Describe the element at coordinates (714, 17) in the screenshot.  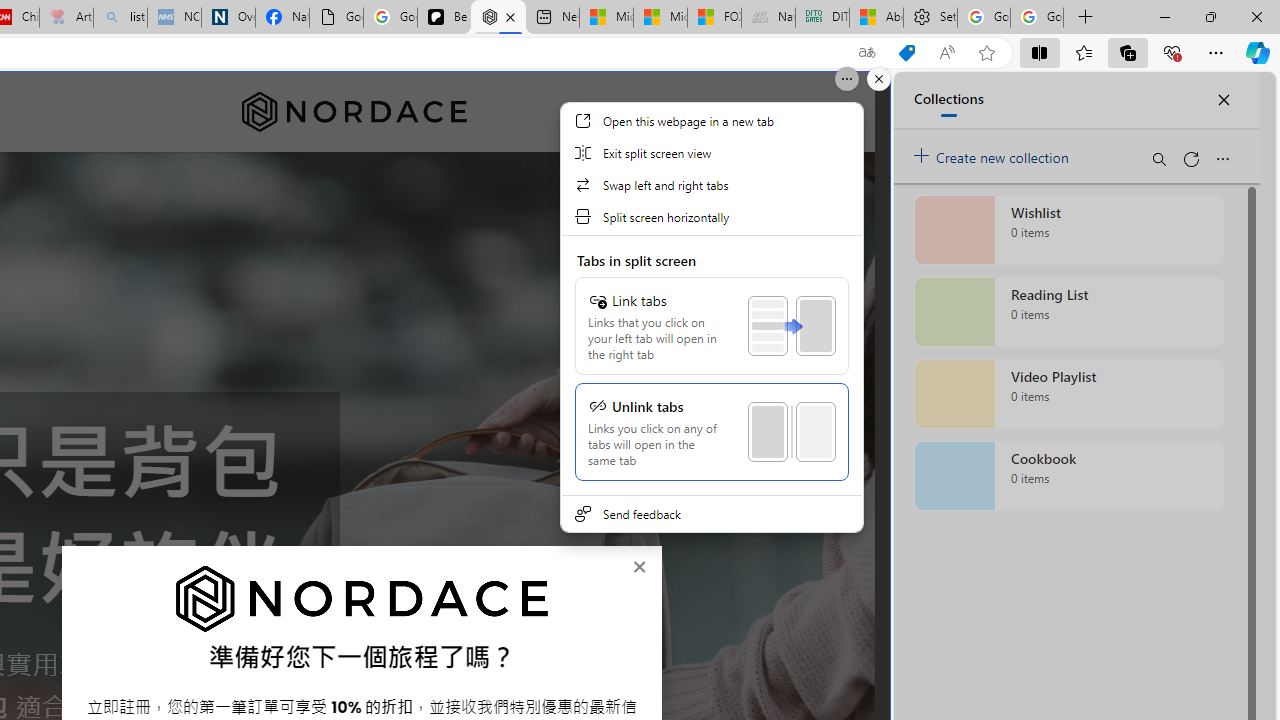
I see `'FOX News - MSN'` at that location.